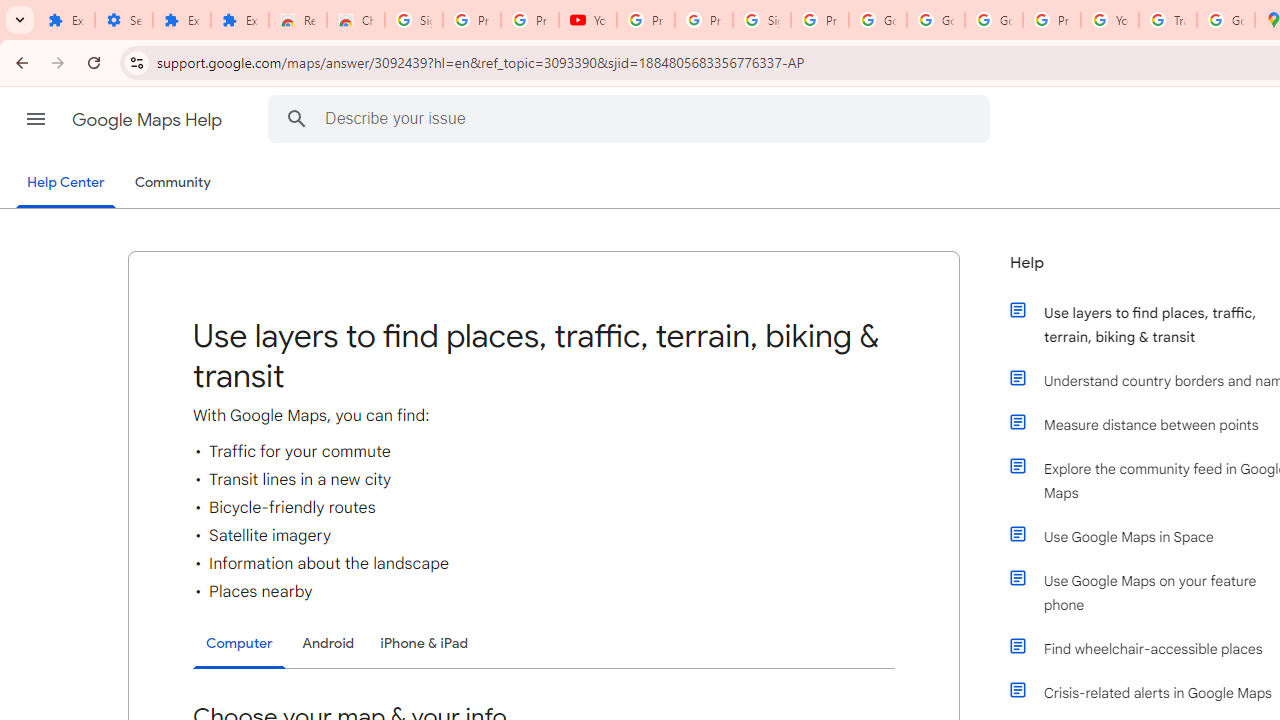  I want to click on 'Settings', so click(123, 20).